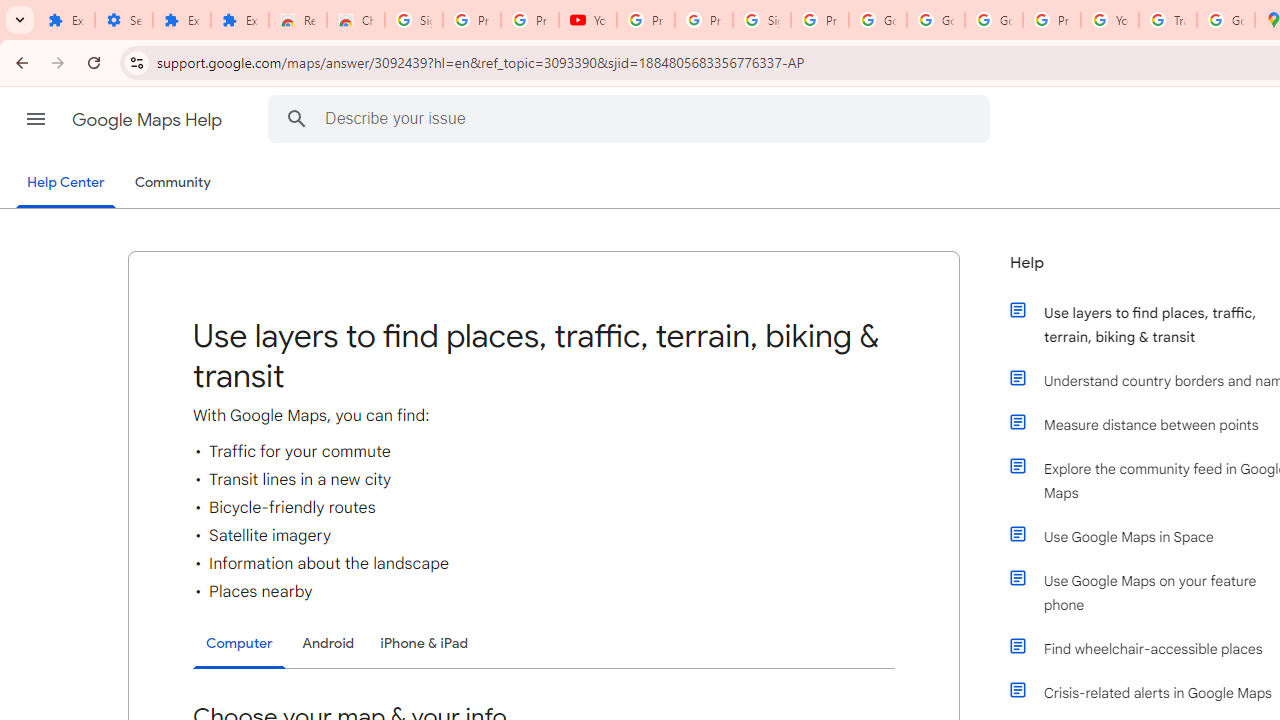  I want to click on 'Settings', so click(123, 20).